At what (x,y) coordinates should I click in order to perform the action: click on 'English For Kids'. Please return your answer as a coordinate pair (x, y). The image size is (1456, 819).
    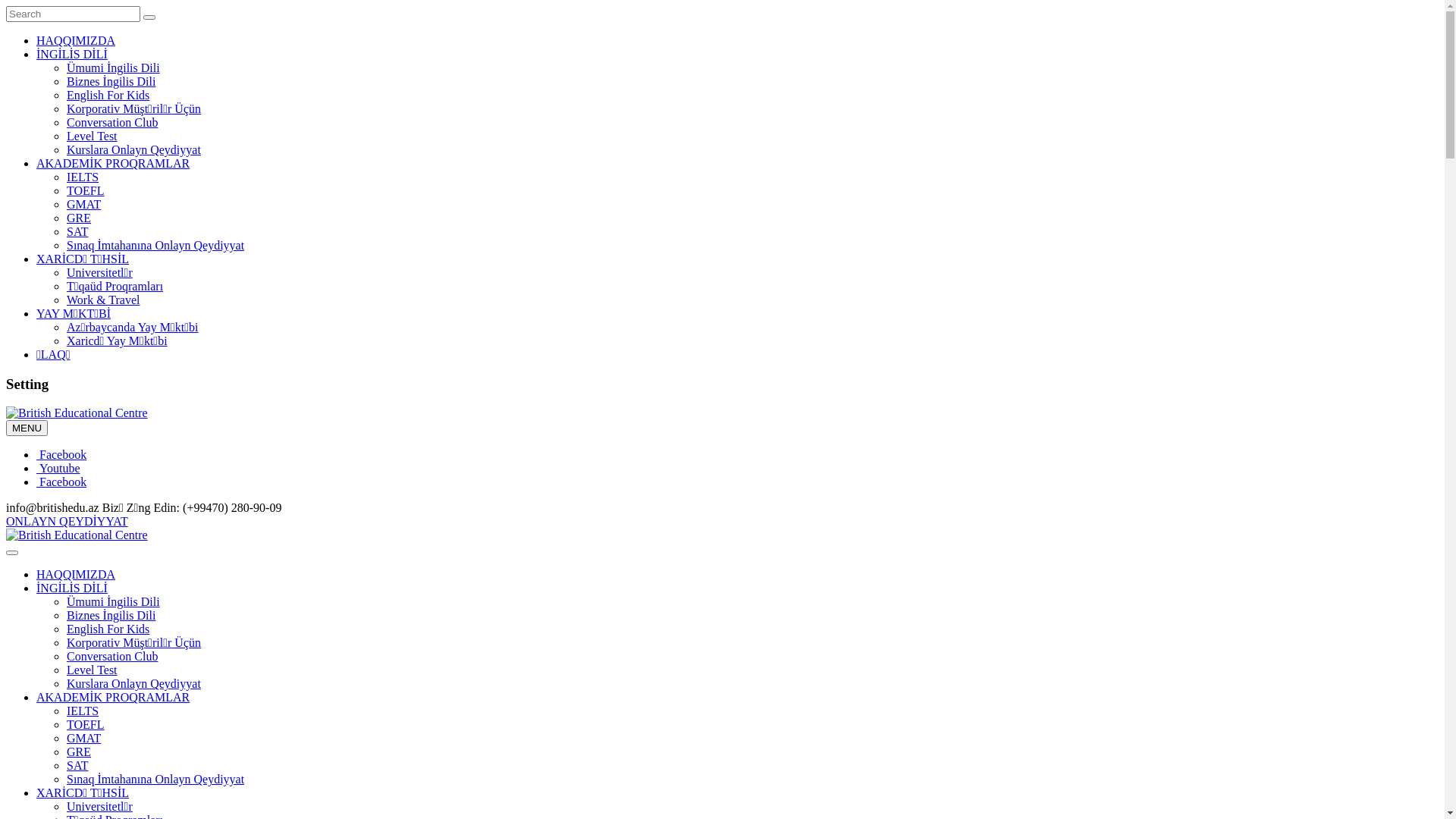
    Looking at the image, I should click on (65, 95).